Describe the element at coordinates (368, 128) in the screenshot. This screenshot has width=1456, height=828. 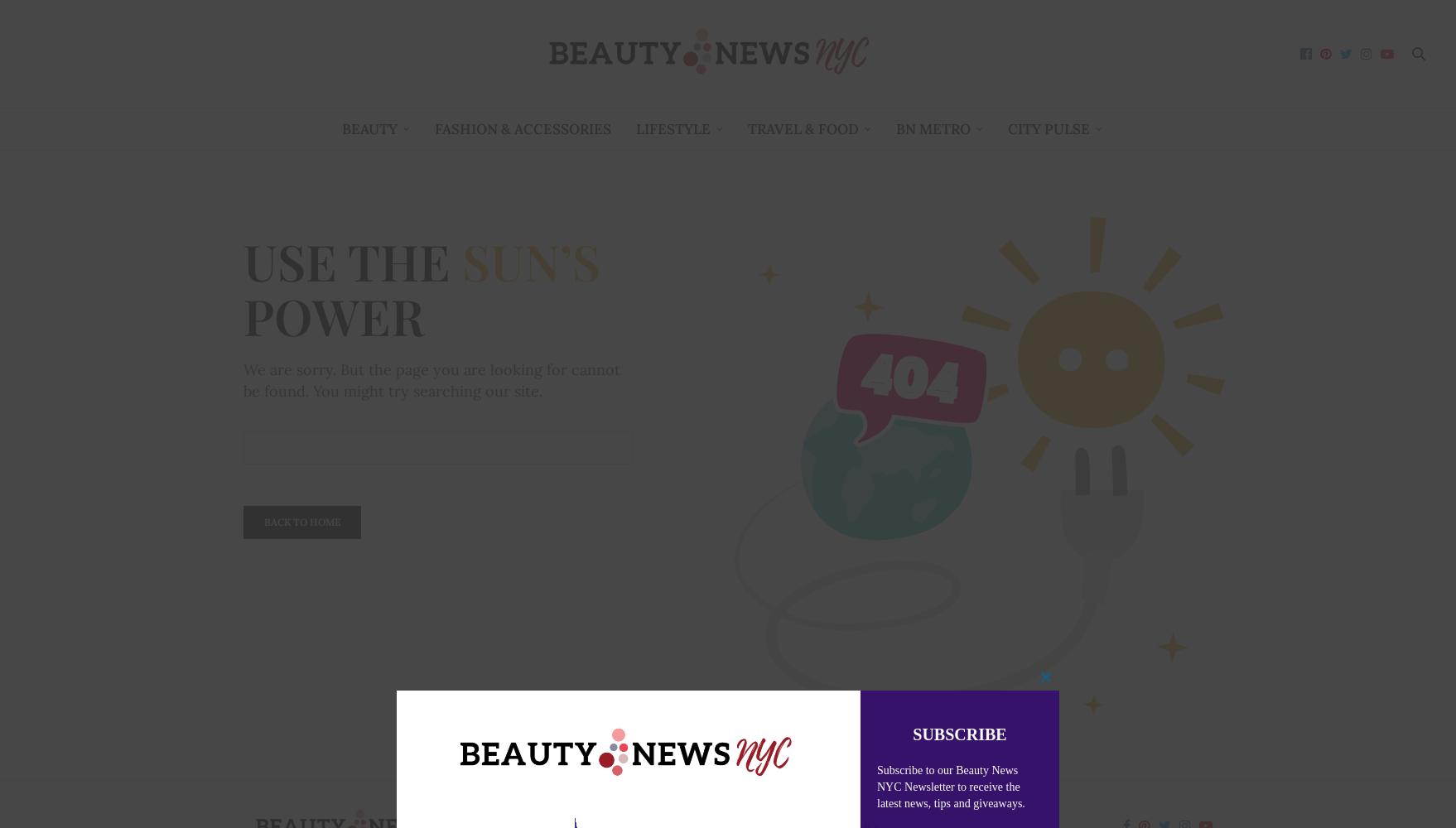
I see `'Beauty'` at that location.